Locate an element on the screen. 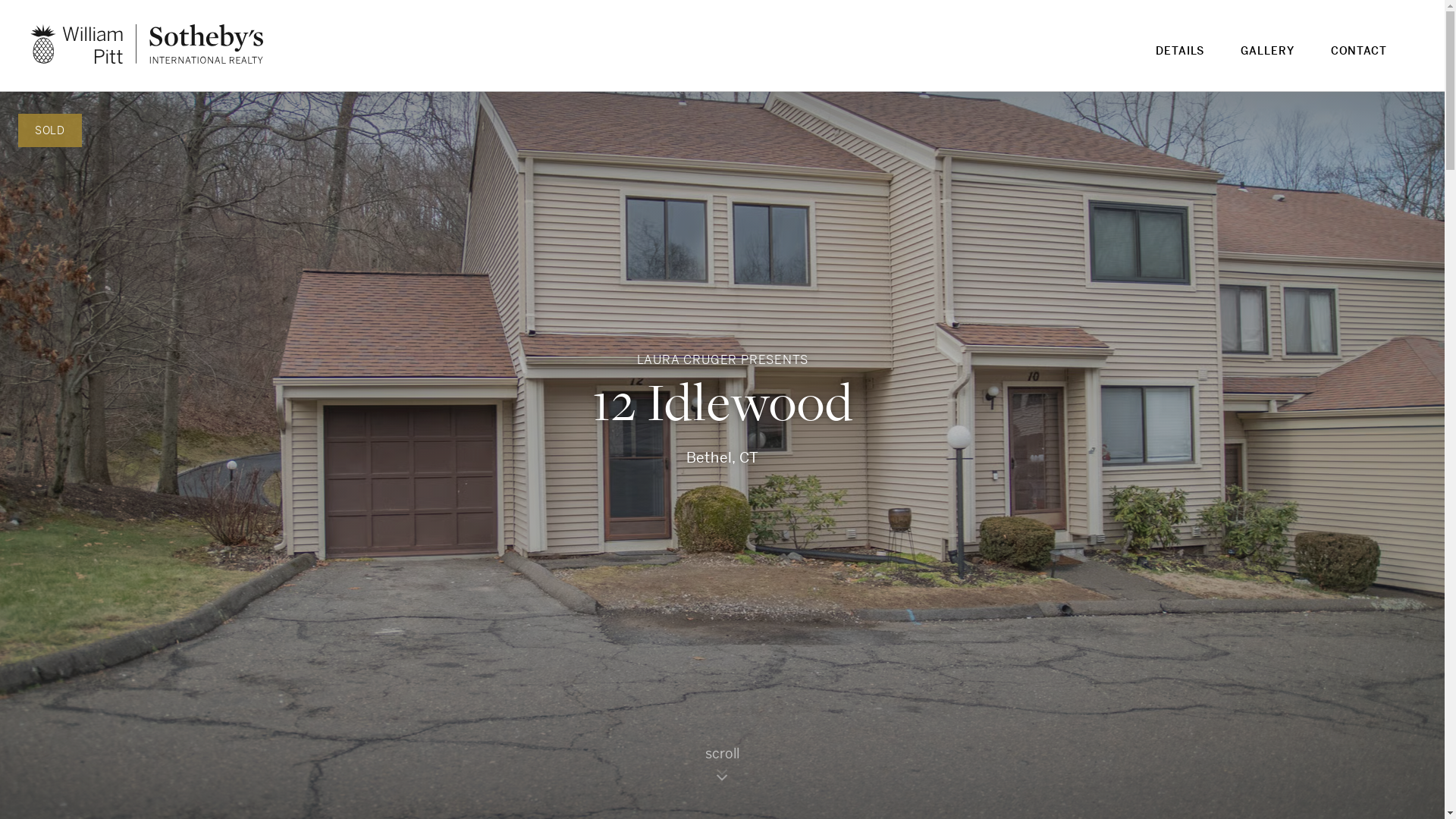 The height and width of the screenshot is (819, 1456). 'DETAILS' is located at coordinates (1178, 59).